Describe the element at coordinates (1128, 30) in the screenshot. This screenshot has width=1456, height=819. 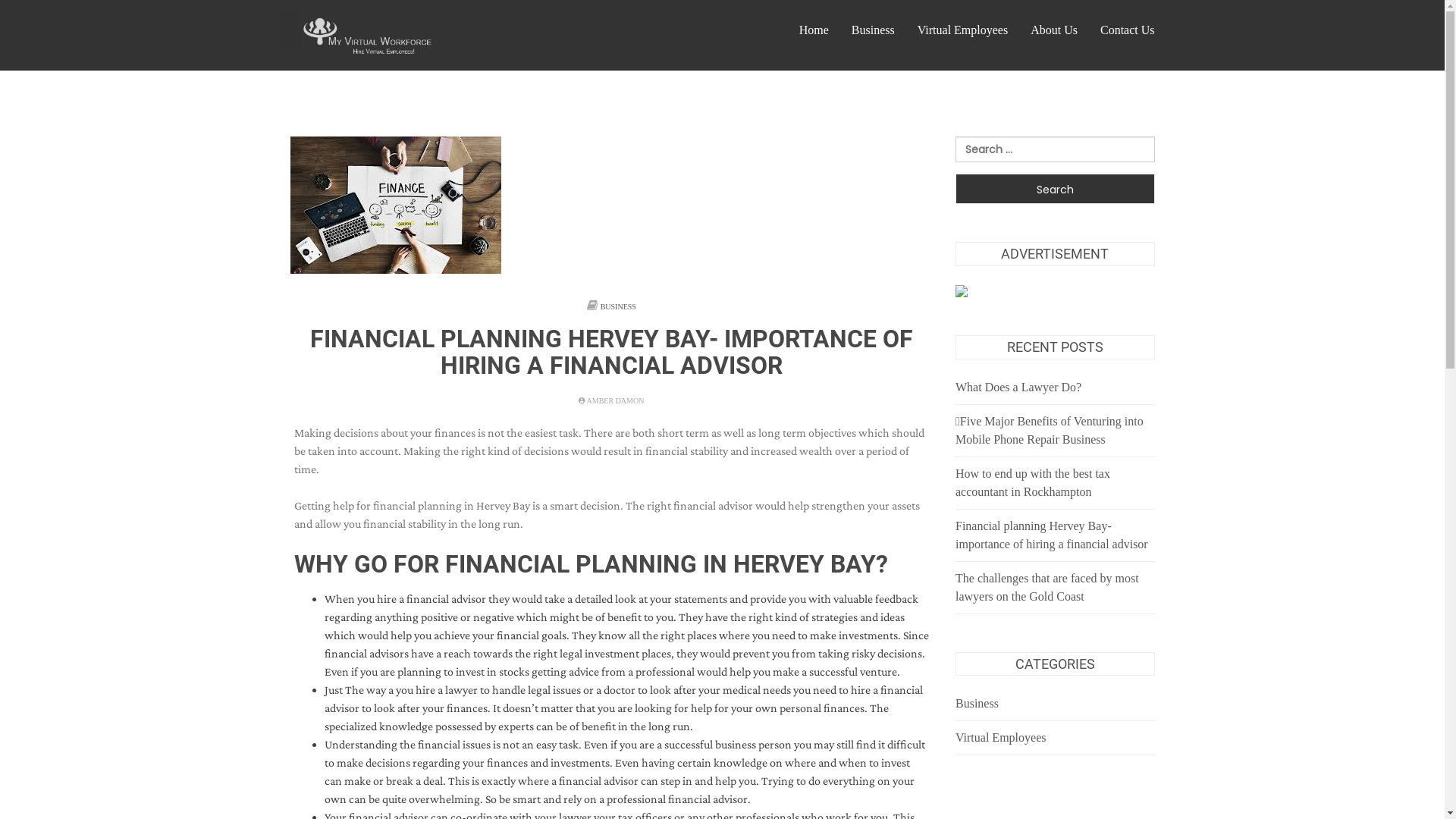
I see `'Contact Us'` at that location.